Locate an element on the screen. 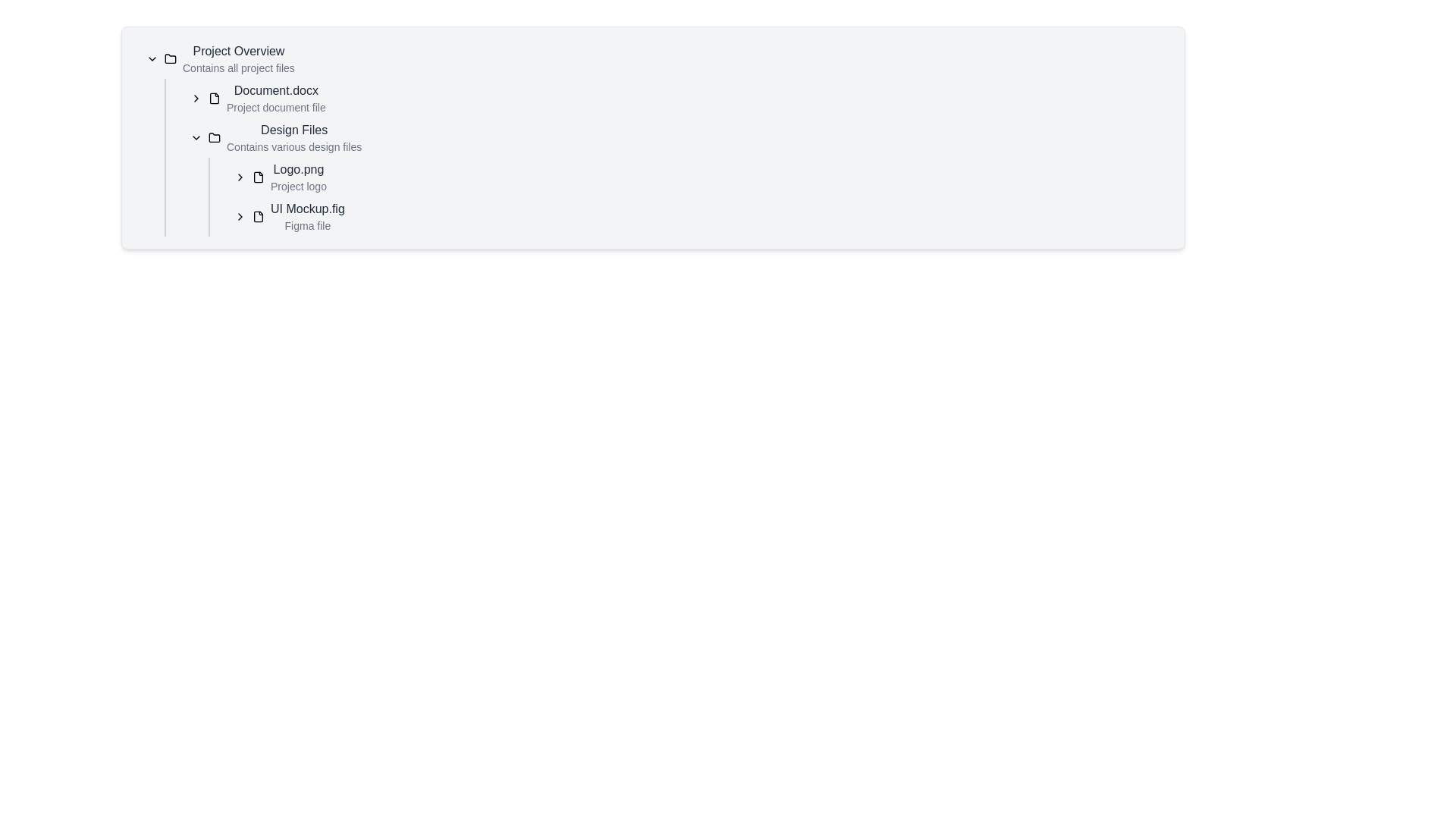 This screenshot has height=819, width=1456. the SVG graphical element representing the 'Logo.png' file icon in the 'Design Files' section of the file tree view is located at coordinates (258, 177).